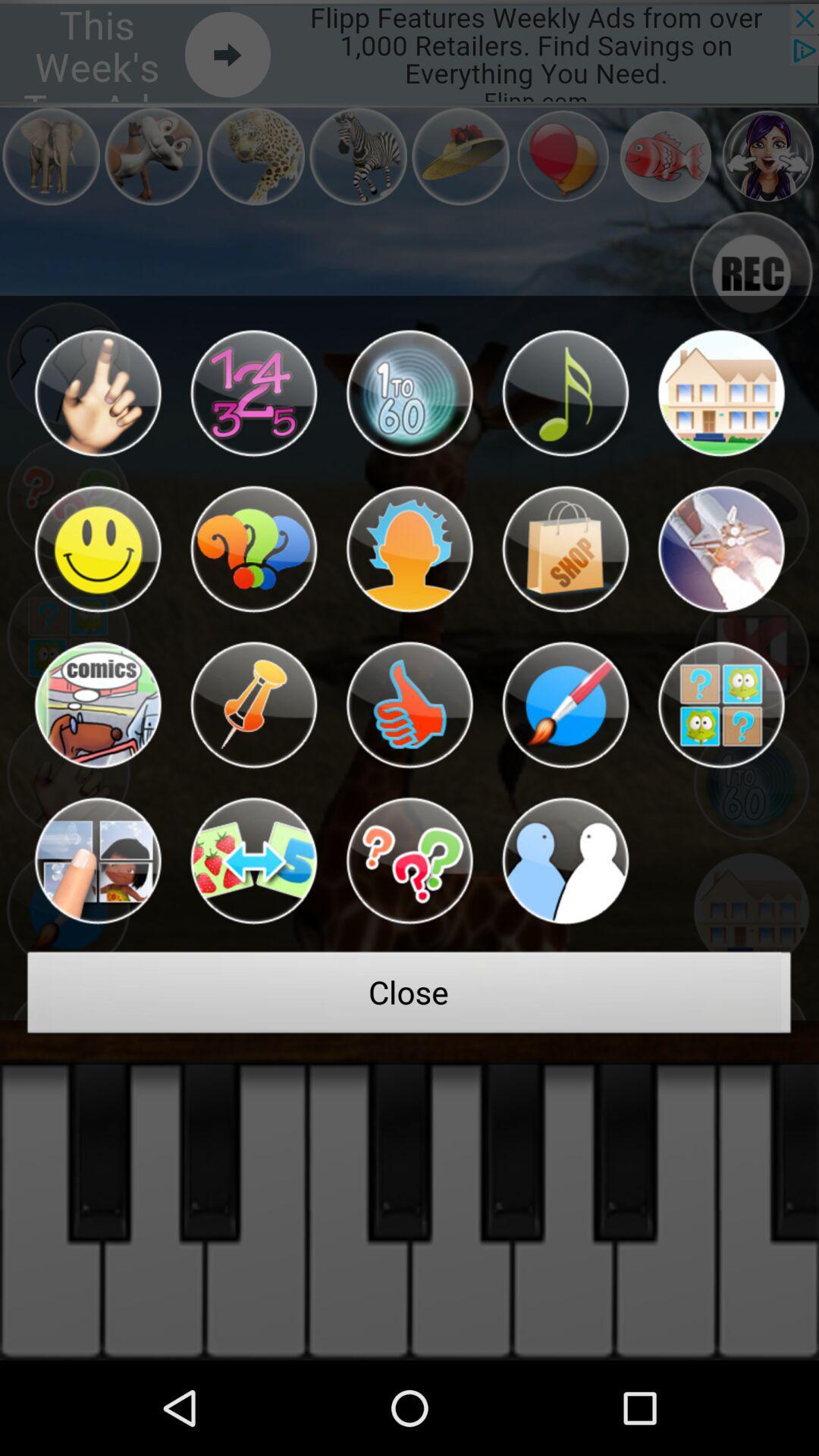  I want to click on the close at the bottom, so click(409, 996).